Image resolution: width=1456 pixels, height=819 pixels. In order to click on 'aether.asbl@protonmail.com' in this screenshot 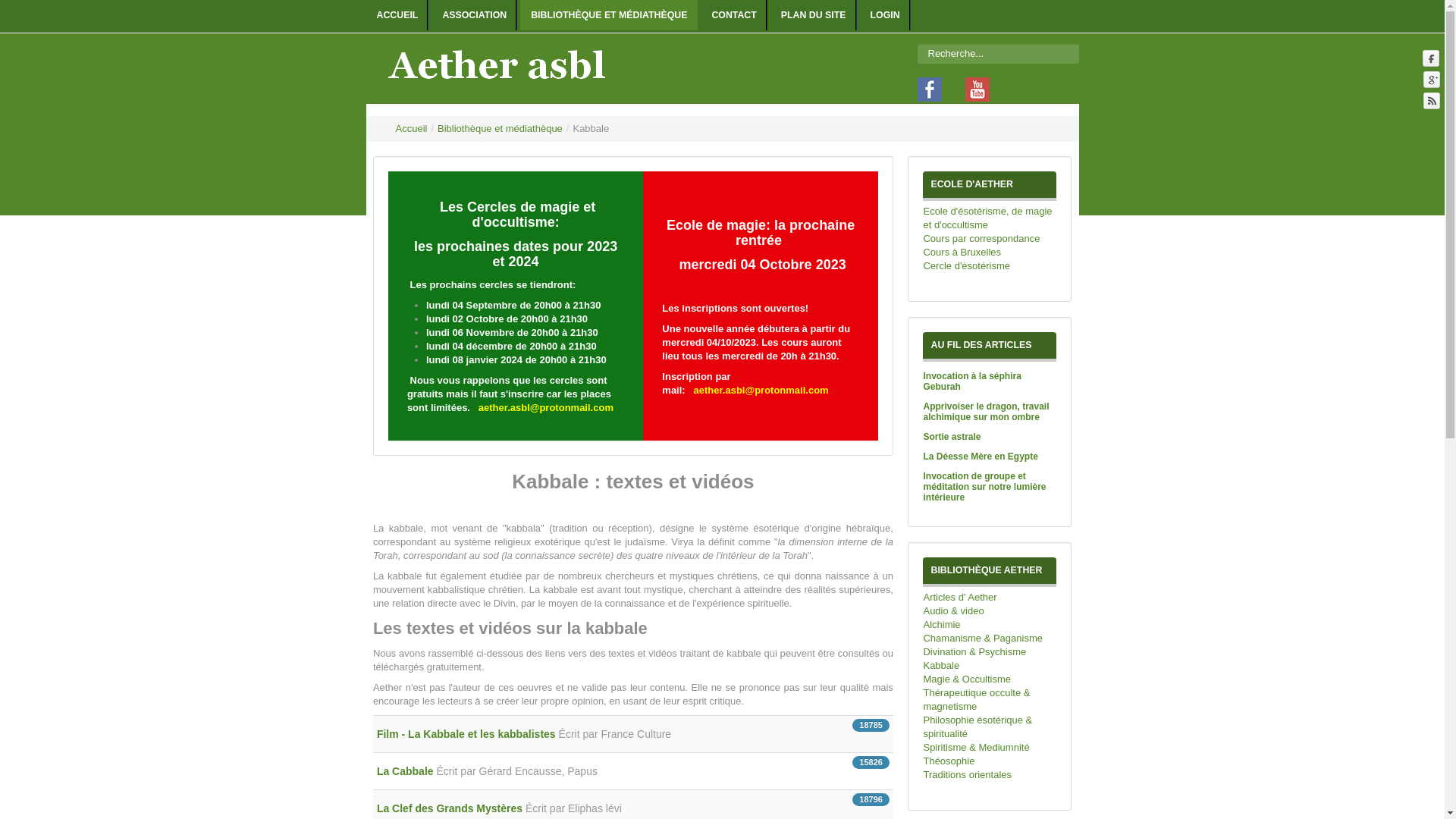, I will do `click(693, 389)`.